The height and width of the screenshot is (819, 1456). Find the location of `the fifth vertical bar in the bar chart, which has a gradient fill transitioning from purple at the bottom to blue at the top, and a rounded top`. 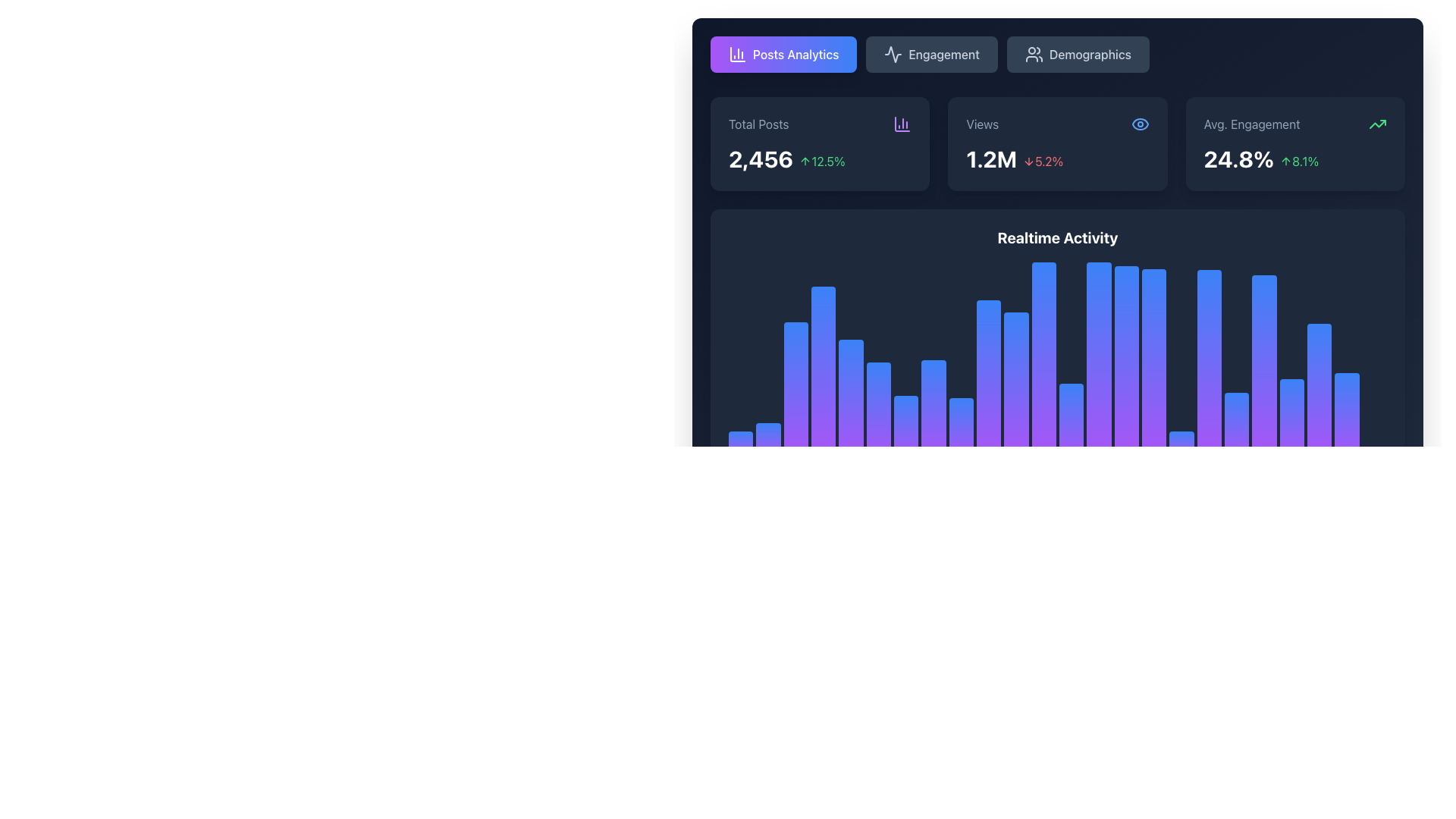

the fifth vertical bar in the bar chart, which has a gradient fill transitioning from purple at the bottom to blue at the top, and a rounded top is located at coordinates (851, 367).